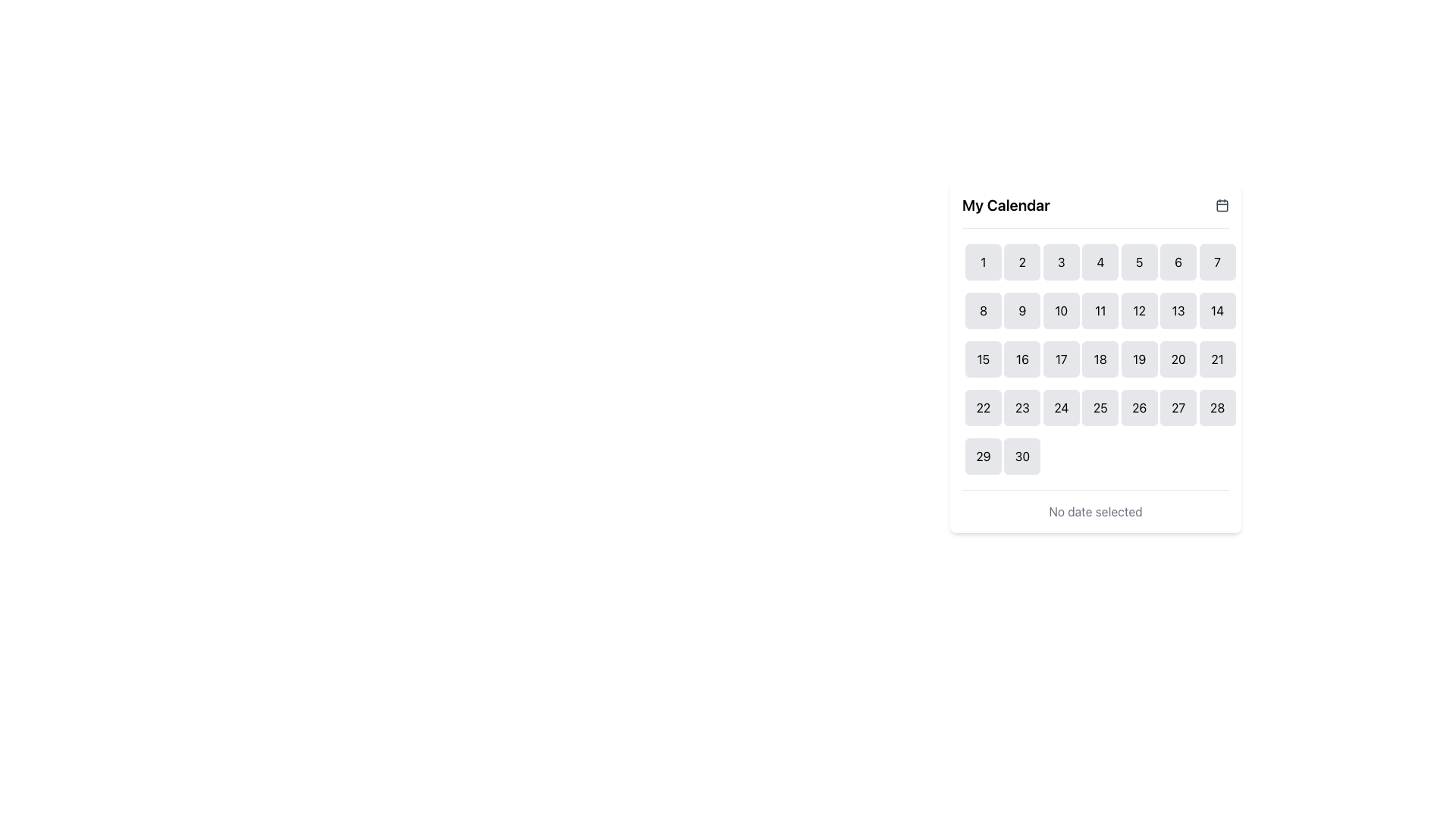 This screenshot has width=1456, height=819. What do you see at coordinates (1060, 406) in the screenshot?
I see `the calendar button representing the 24th day by navigating to it` at bounding box center [1060, 406].